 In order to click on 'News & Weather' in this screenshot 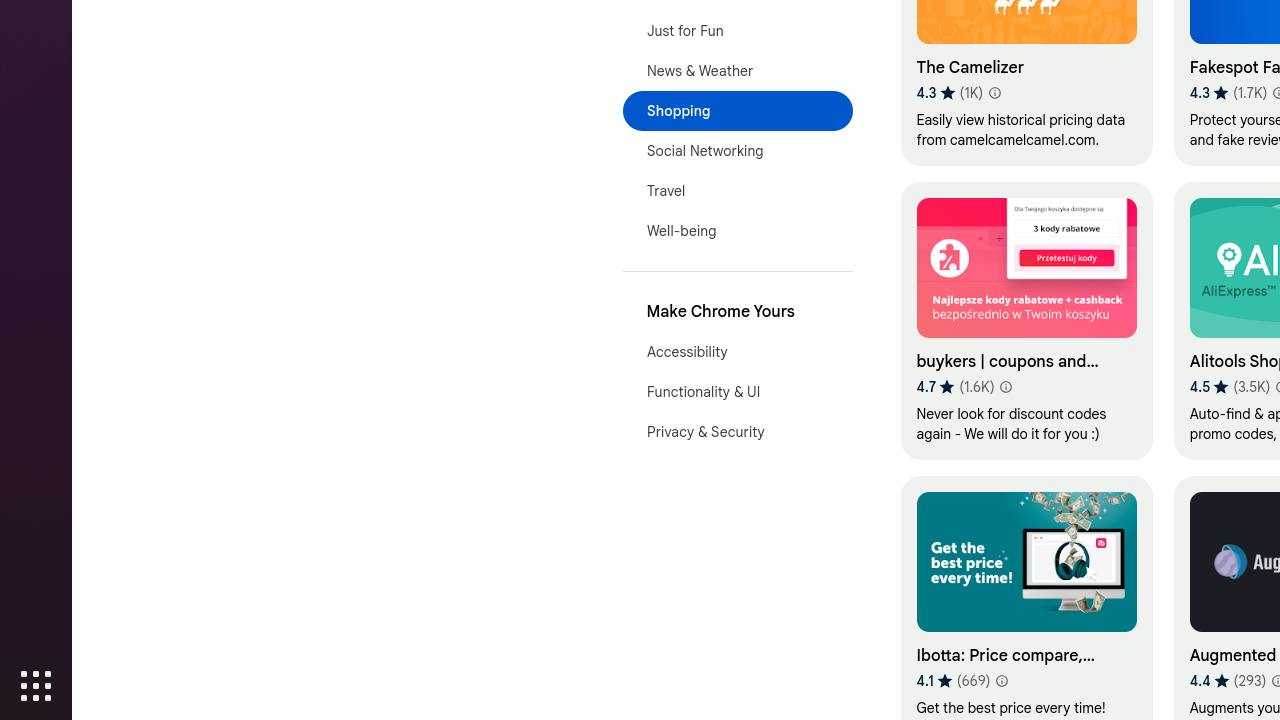, I will do `click(736, 69)`.